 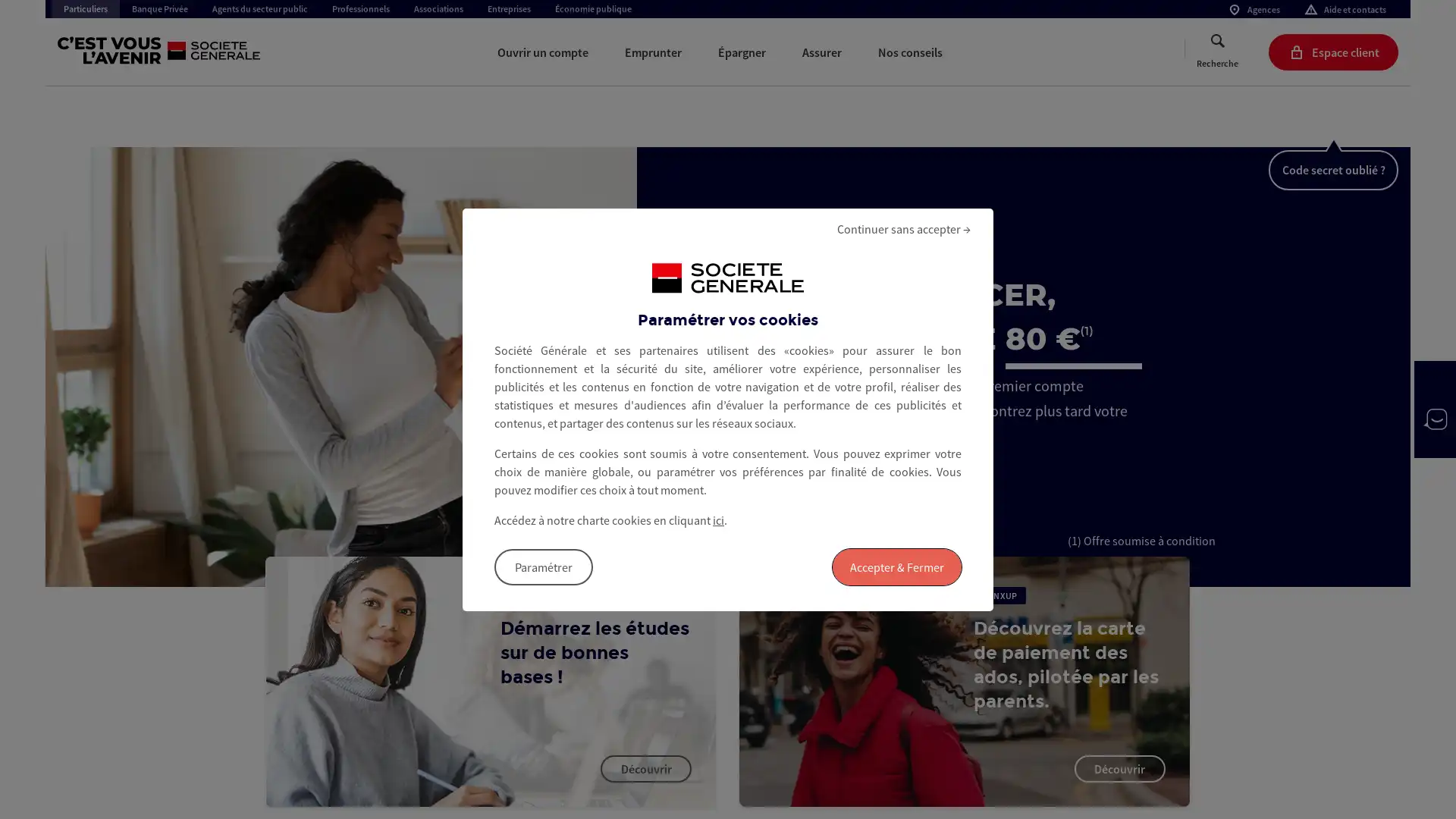 I want to click on Continuer sans accepter, so click(x=903, y=227).